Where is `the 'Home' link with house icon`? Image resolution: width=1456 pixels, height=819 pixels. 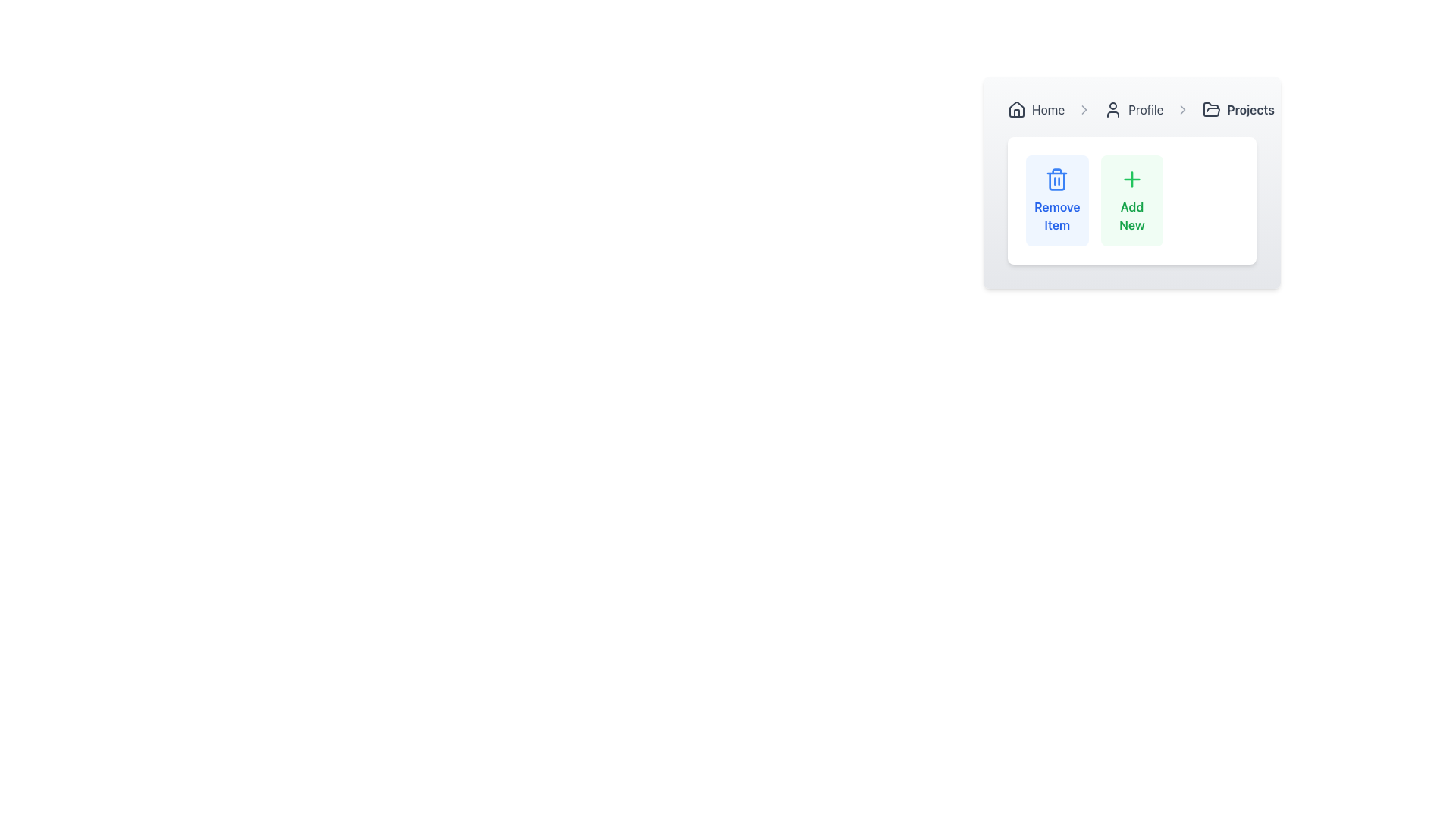
the 'Home' link with house icon is located at coordinates (1035, 109).